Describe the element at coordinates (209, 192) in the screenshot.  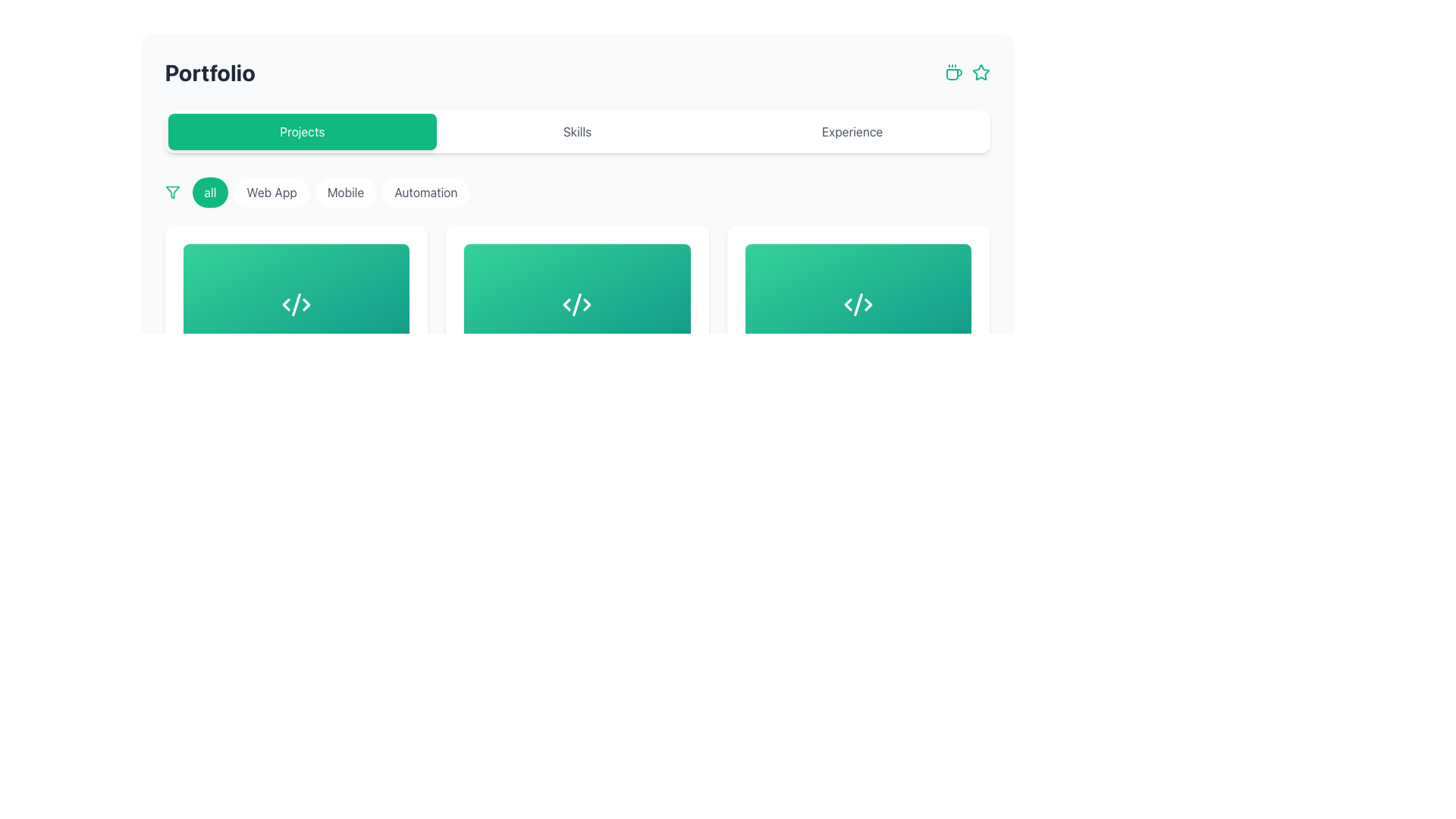
I see `the green button labeled 'all'` at that location.